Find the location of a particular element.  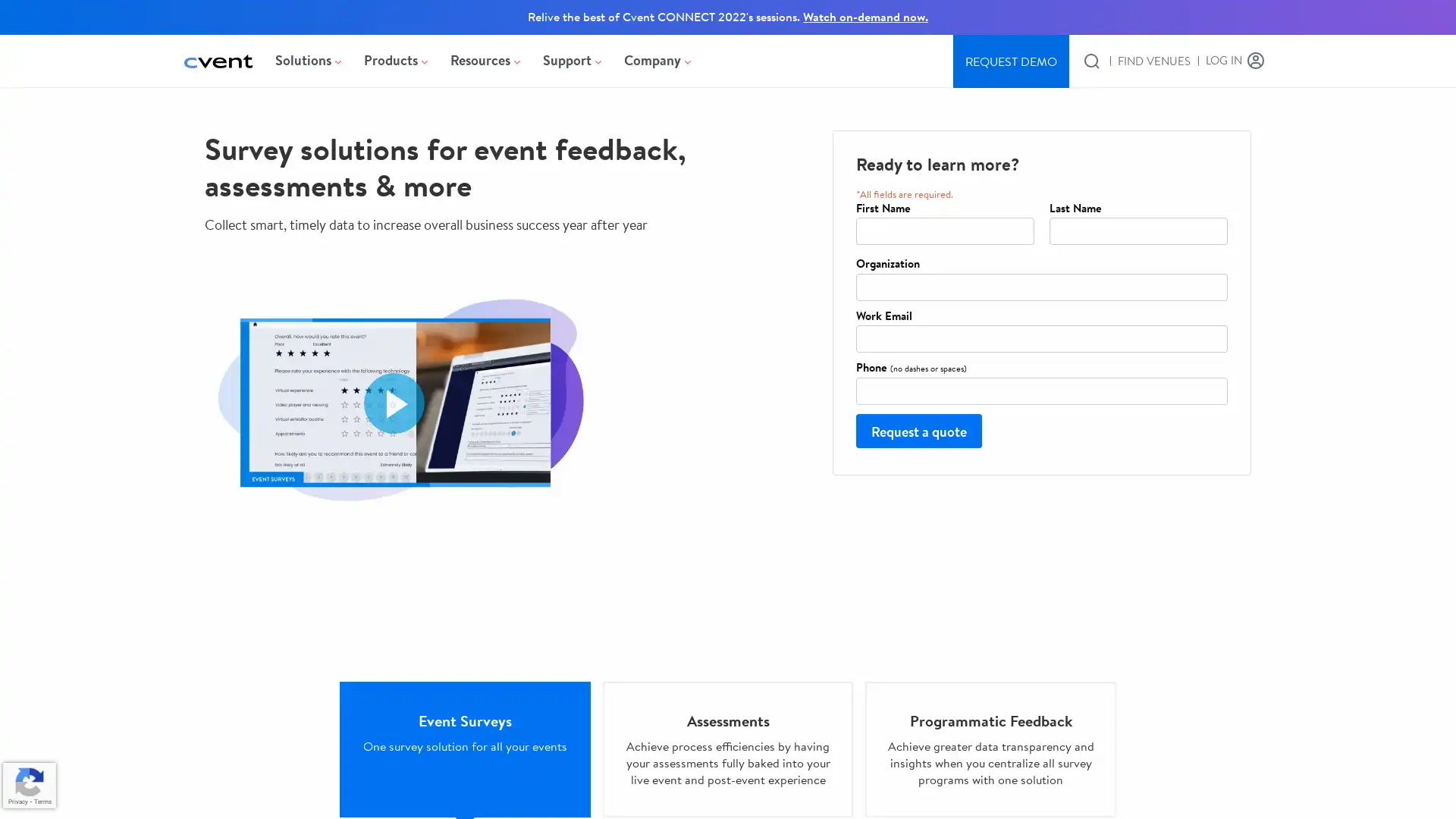

Play video Survey Solutions. Opens in a modal is located at coordinates (394, 402).